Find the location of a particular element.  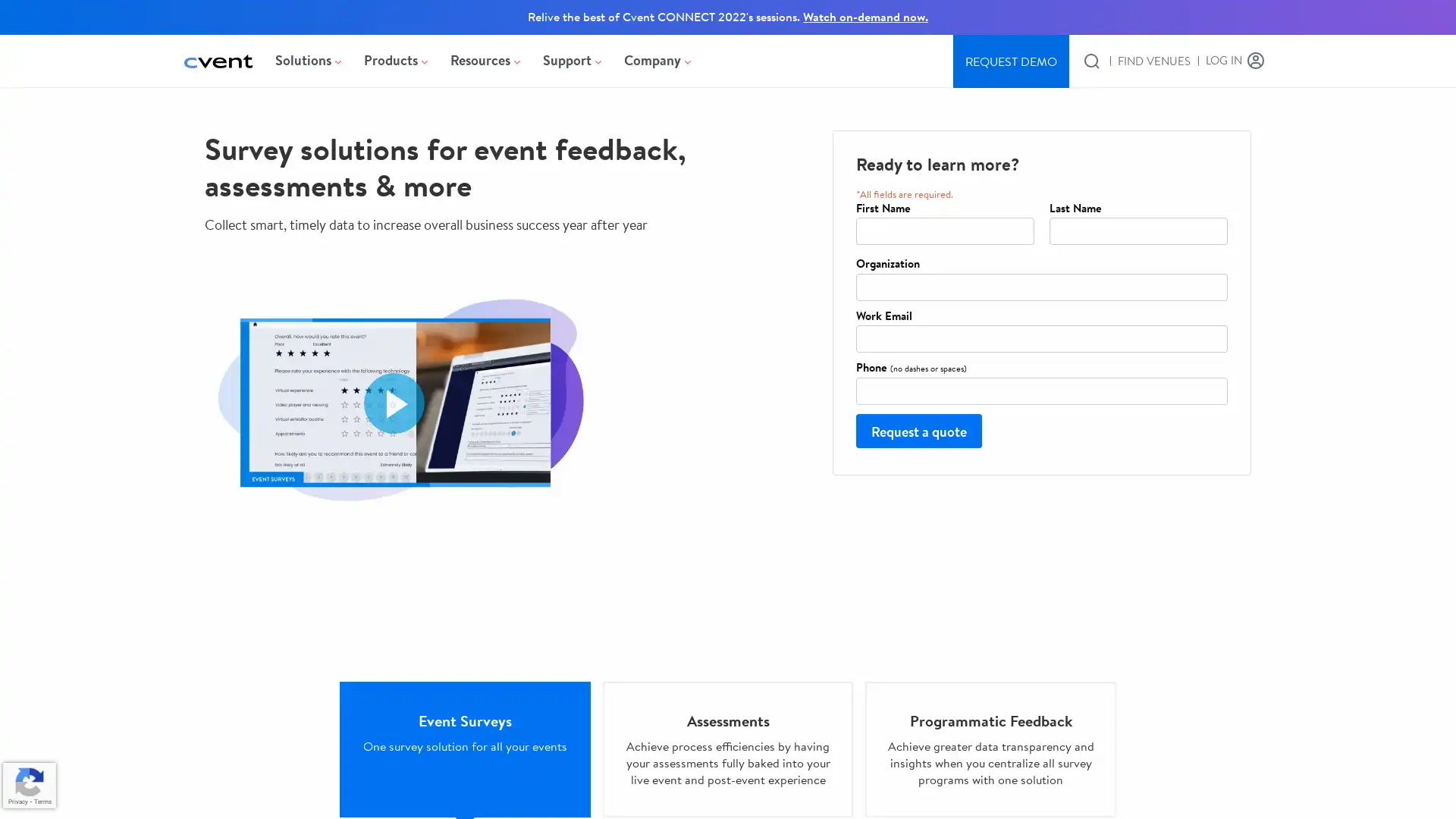

Play video Survey Solutions. Opens in a modal is located at coordinates (394, 402).